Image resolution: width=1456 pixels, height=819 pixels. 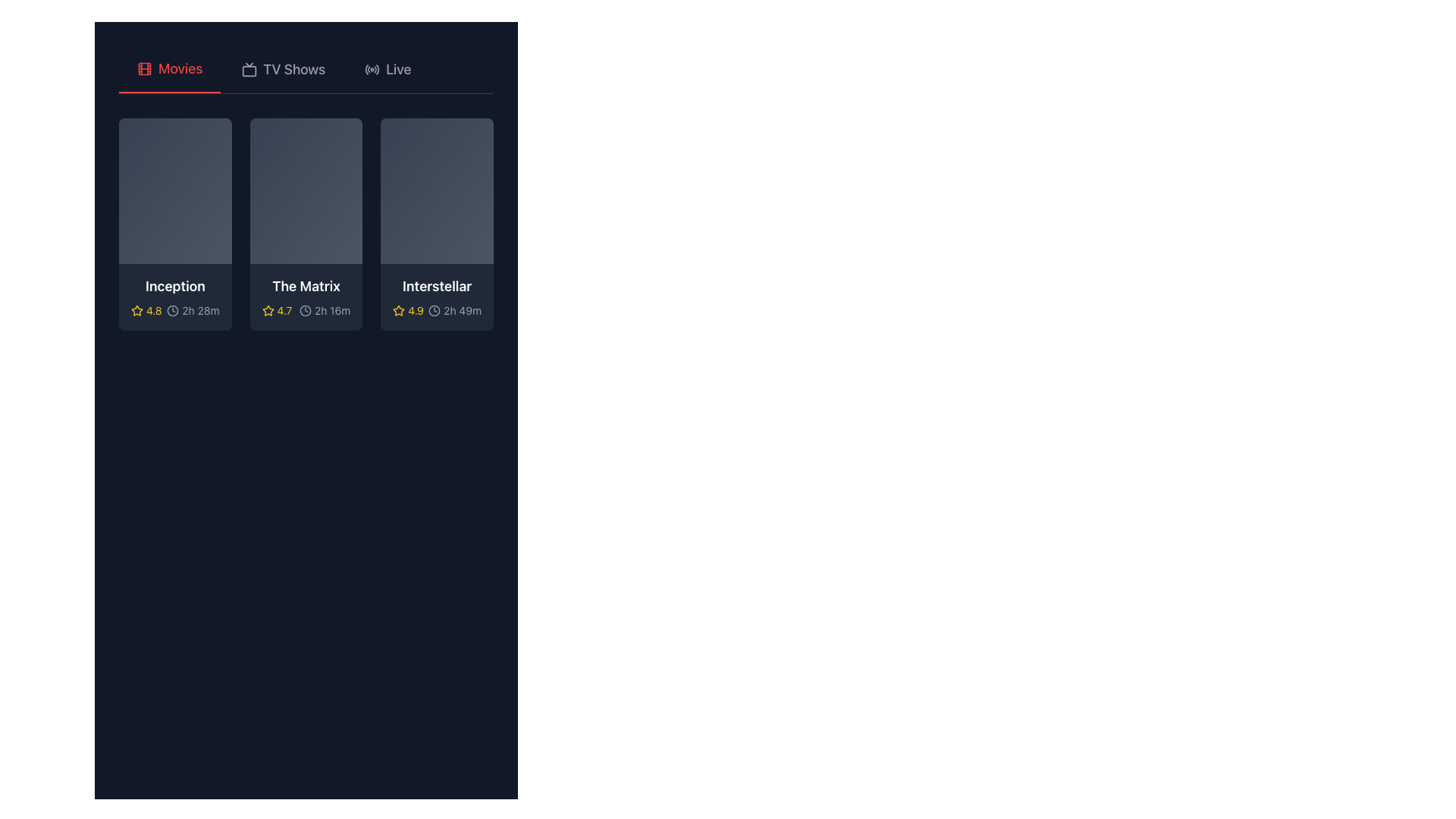 What do you see at coordinates (137, 309) in the screenshot?
I see `the star-shaped icon outlined in yellow that represents a rating or favorite indicator, located adjacent to the numeric rating value '4.8' in the 'Inception' movie card` at bounding box center [137, 309].